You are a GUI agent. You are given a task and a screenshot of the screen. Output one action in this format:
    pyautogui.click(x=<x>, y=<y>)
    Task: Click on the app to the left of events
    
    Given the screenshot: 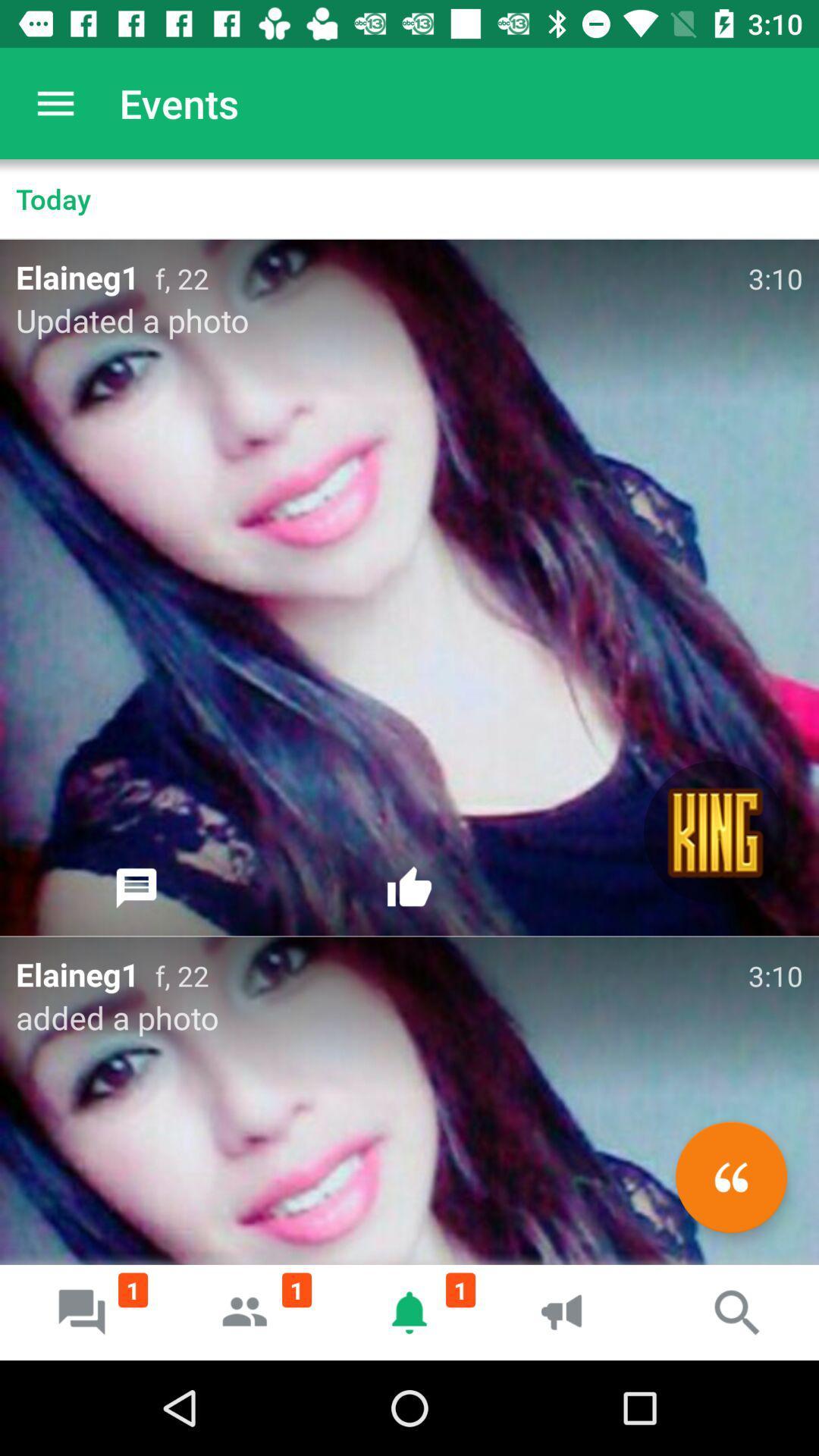 What is the action you would take?
    pyautogui.click(x=55, y=102)
    